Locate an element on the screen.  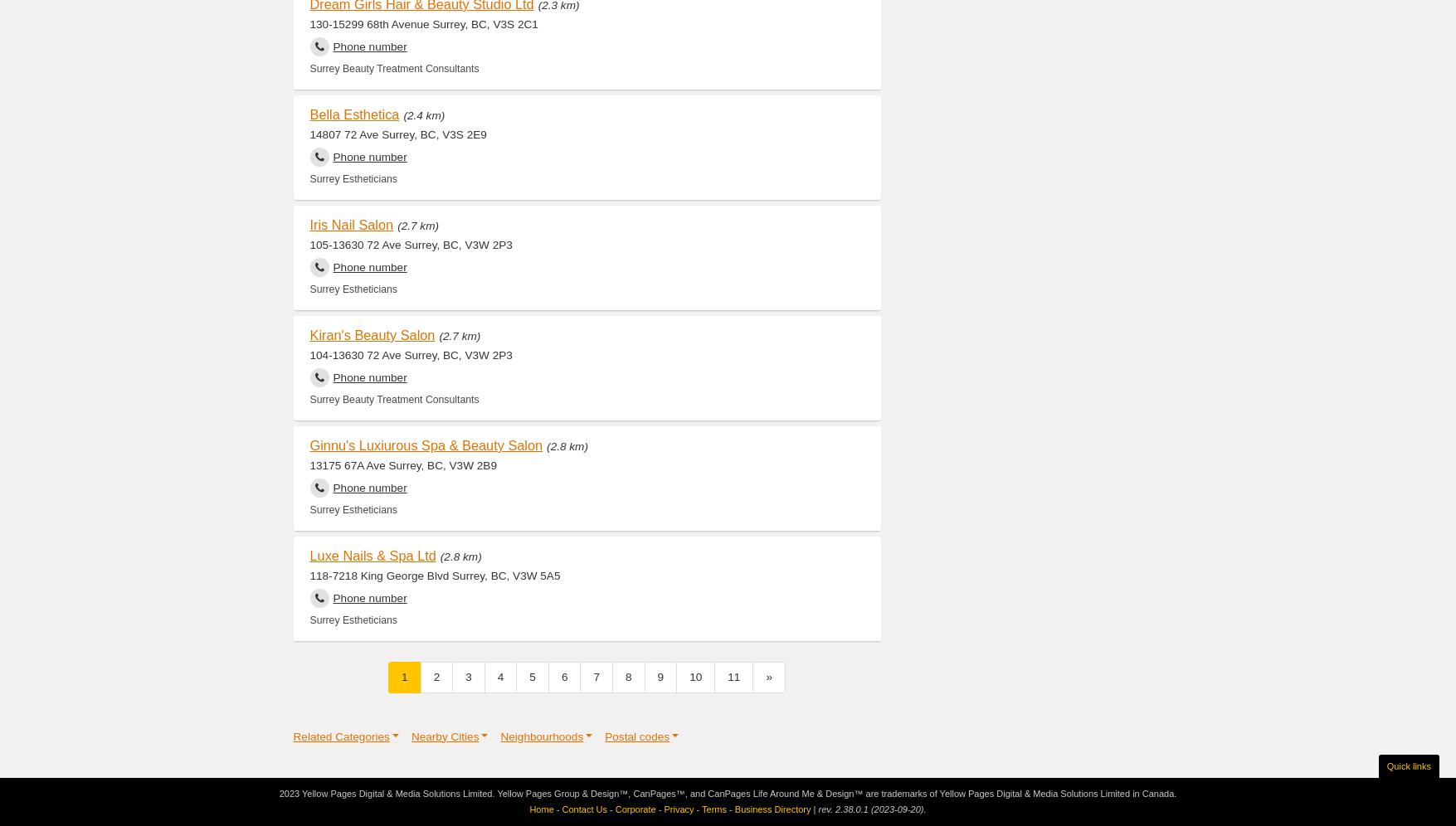
'(2.4 km)' is located at coordinates (423, 114).